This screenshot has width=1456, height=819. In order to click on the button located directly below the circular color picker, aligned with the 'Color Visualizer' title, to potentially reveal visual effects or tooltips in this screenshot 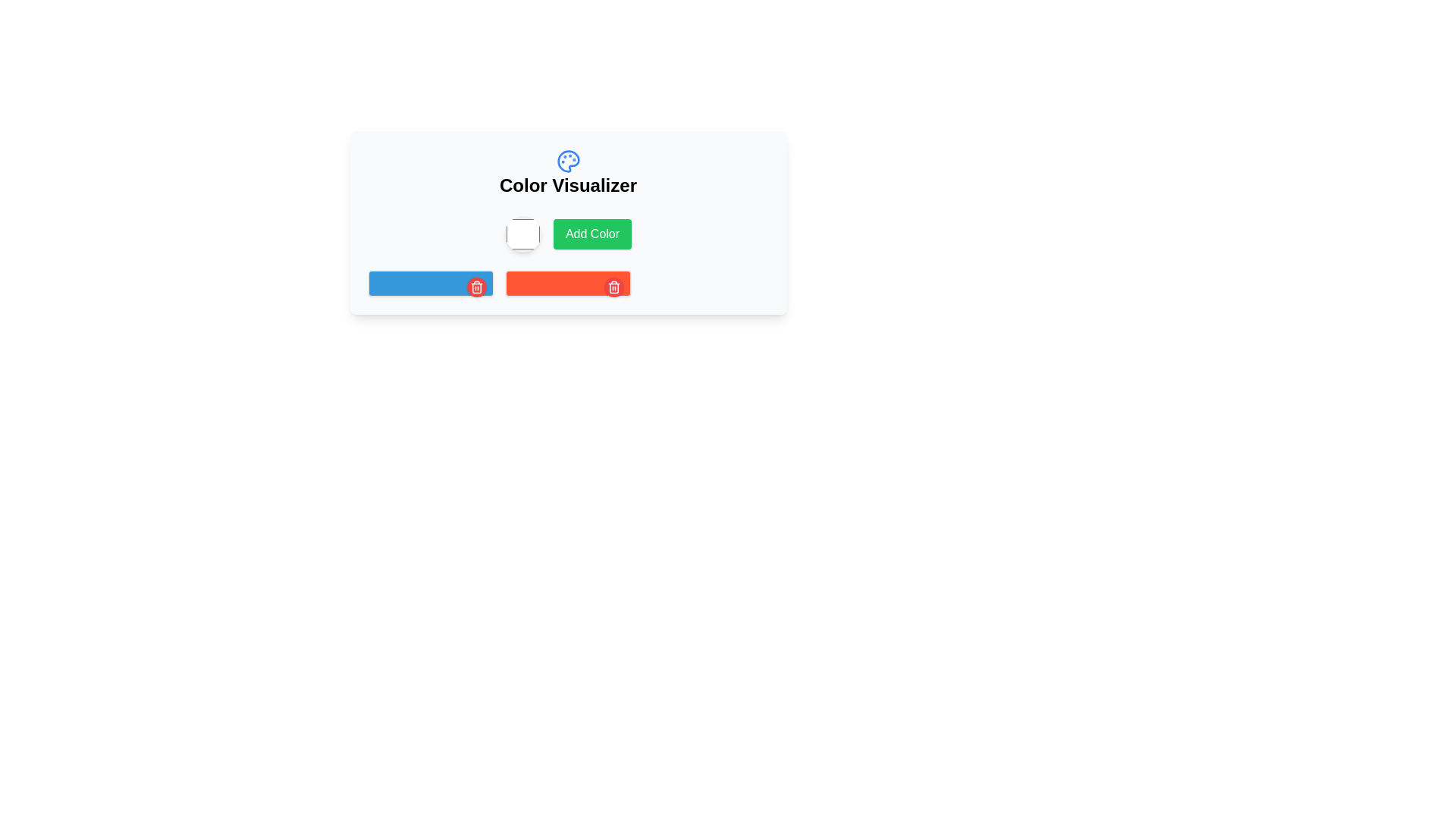, I will do `click(567, 222)`.